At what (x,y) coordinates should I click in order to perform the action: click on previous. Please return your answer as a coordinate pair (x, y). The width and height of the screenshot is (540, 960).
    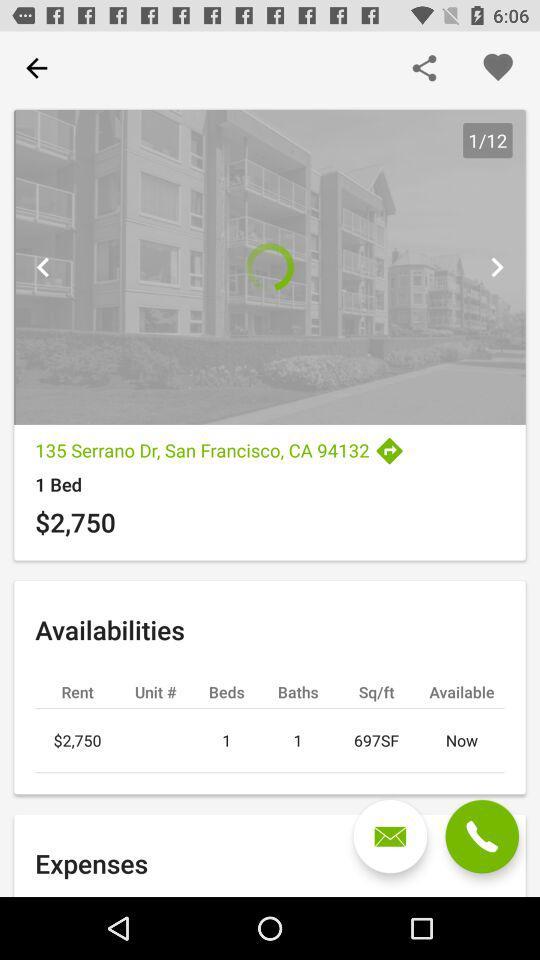
    Looking at the image, I should click on (43, 266).